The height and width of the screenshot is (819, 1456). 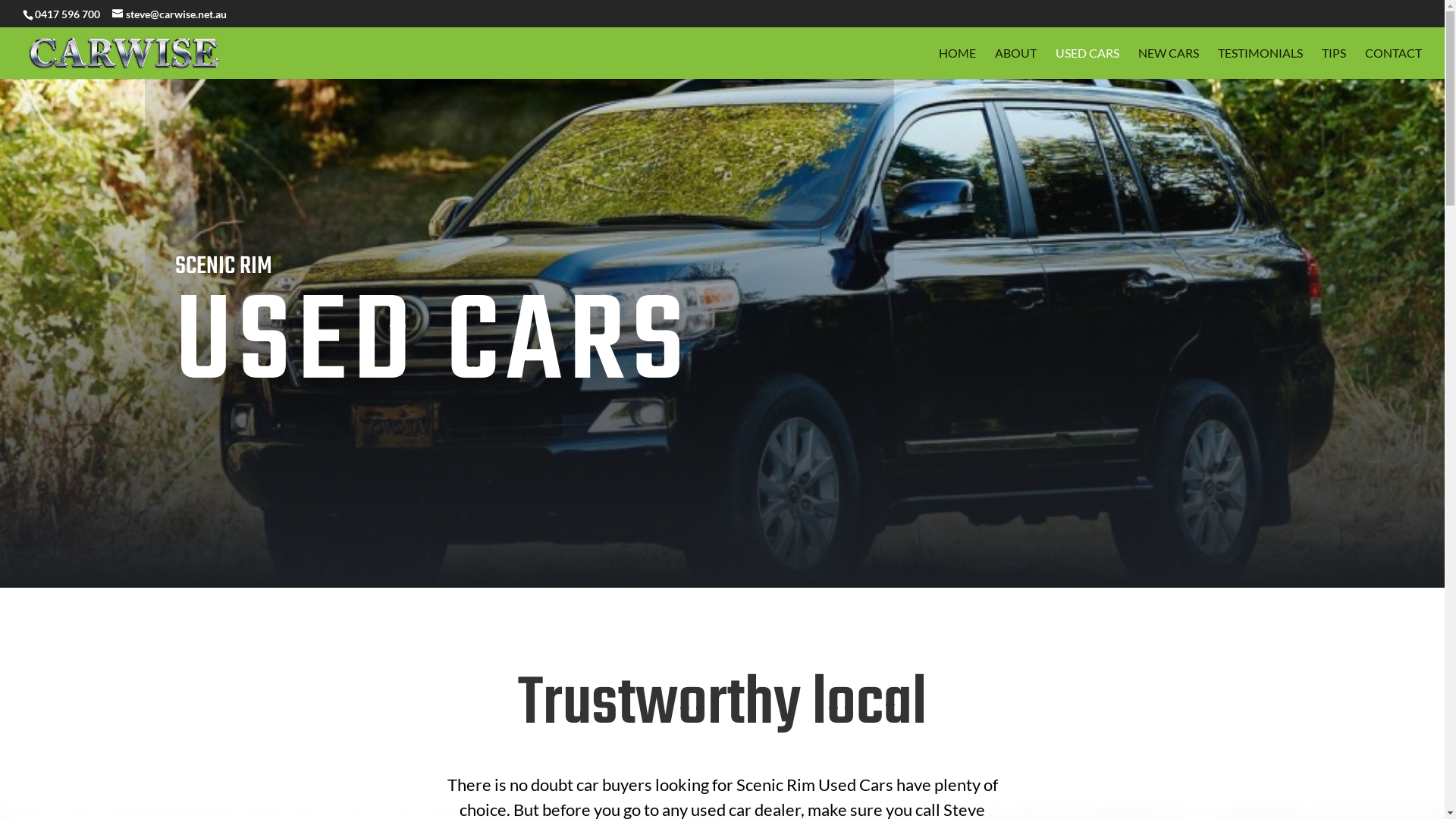 What do you see at coordinates (1393, 62) in the screenshot?
I see `'CONTACT'` at bounding box center [1393, 62].